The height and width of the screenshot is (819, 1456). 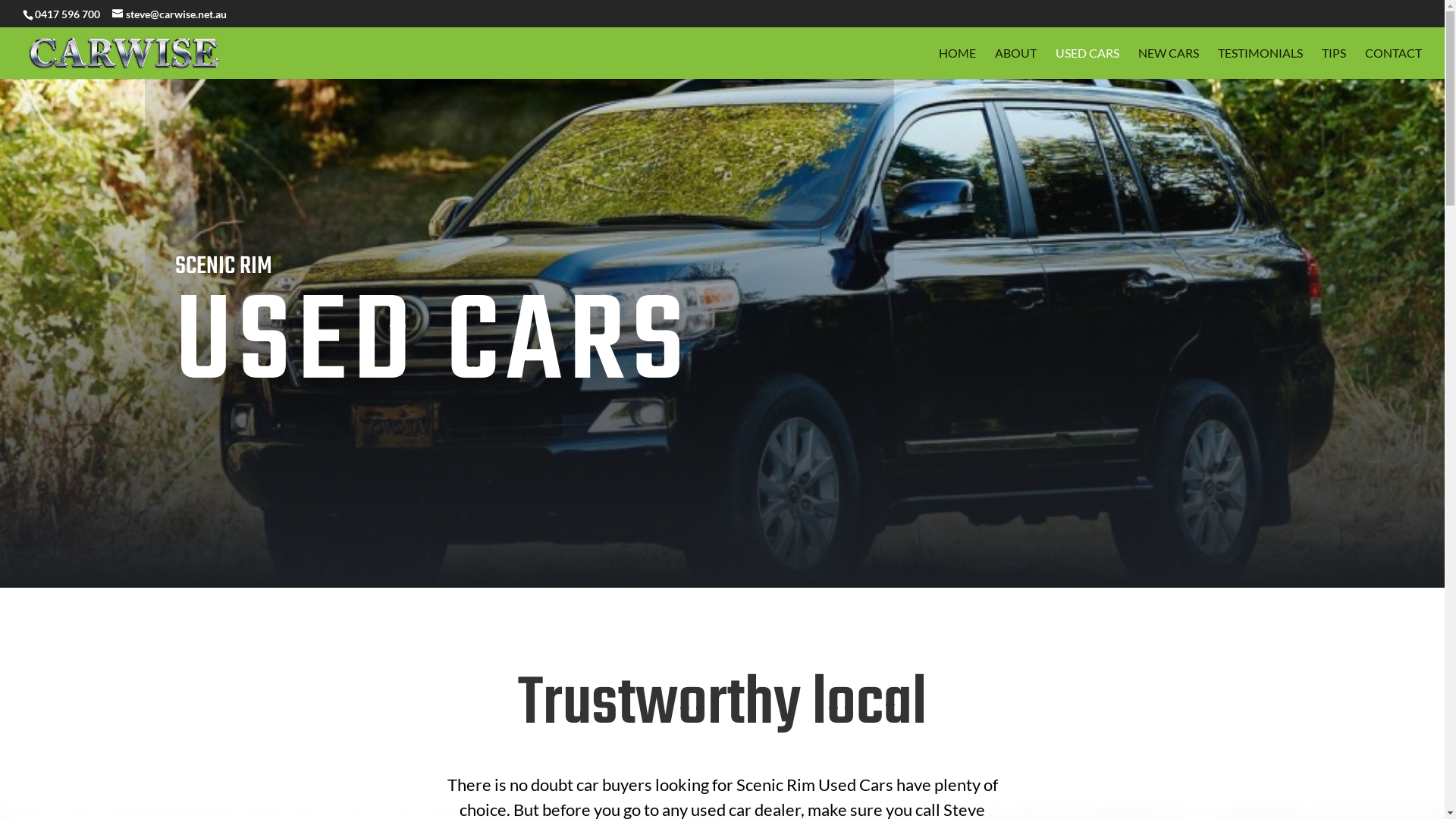 What do you see at coordinates (1393, 62) in the screenshot?
I see `'CONTACT'` at bounding box center [1393, 62].